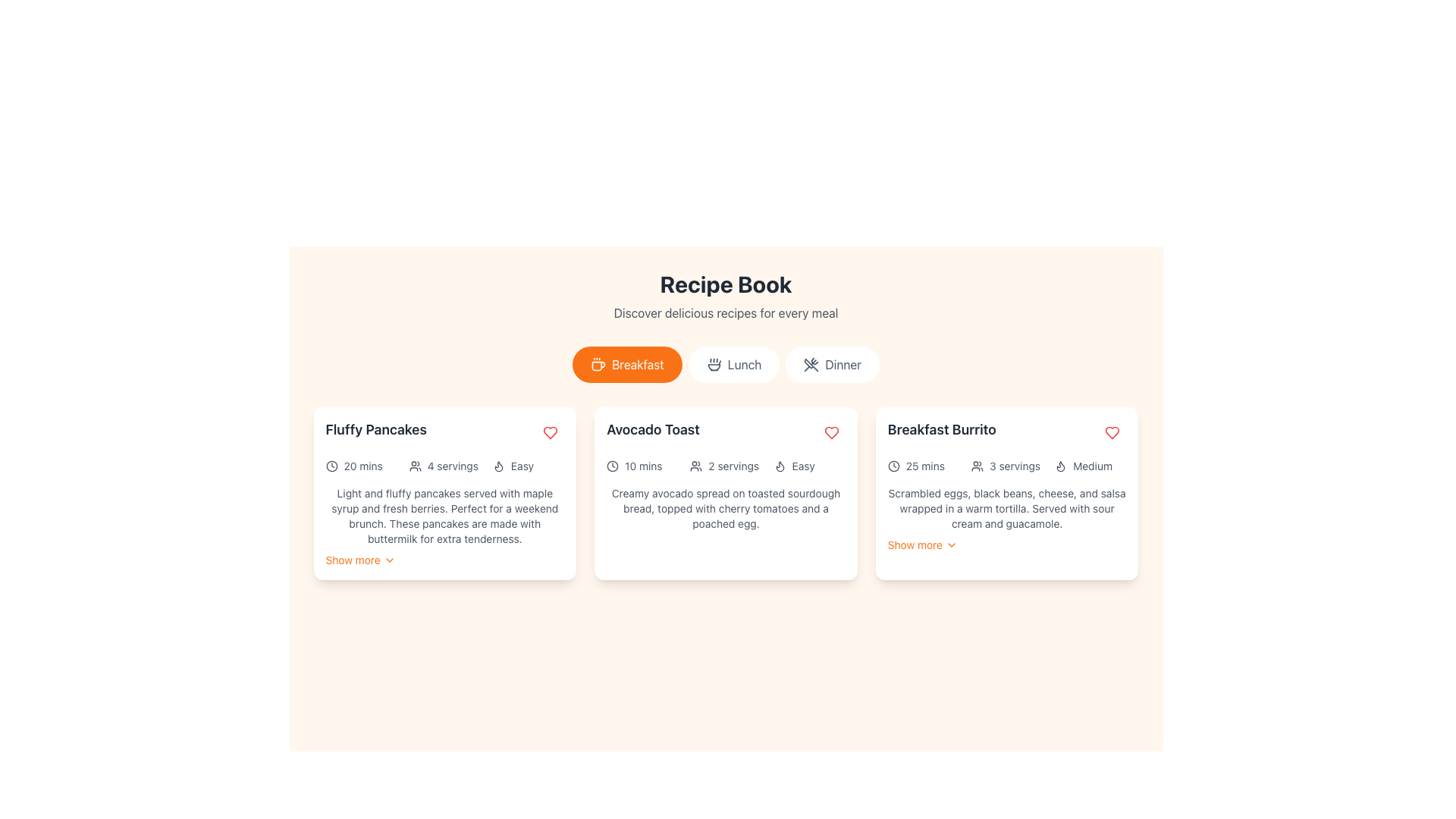 The height and width of the screenshot is (819, 1456). I want to click on the small icon resembling a group of two user silhouettes, which is located to the left of the text '2 servings' in the card for 'Avocado Toast', so click(695, 465).